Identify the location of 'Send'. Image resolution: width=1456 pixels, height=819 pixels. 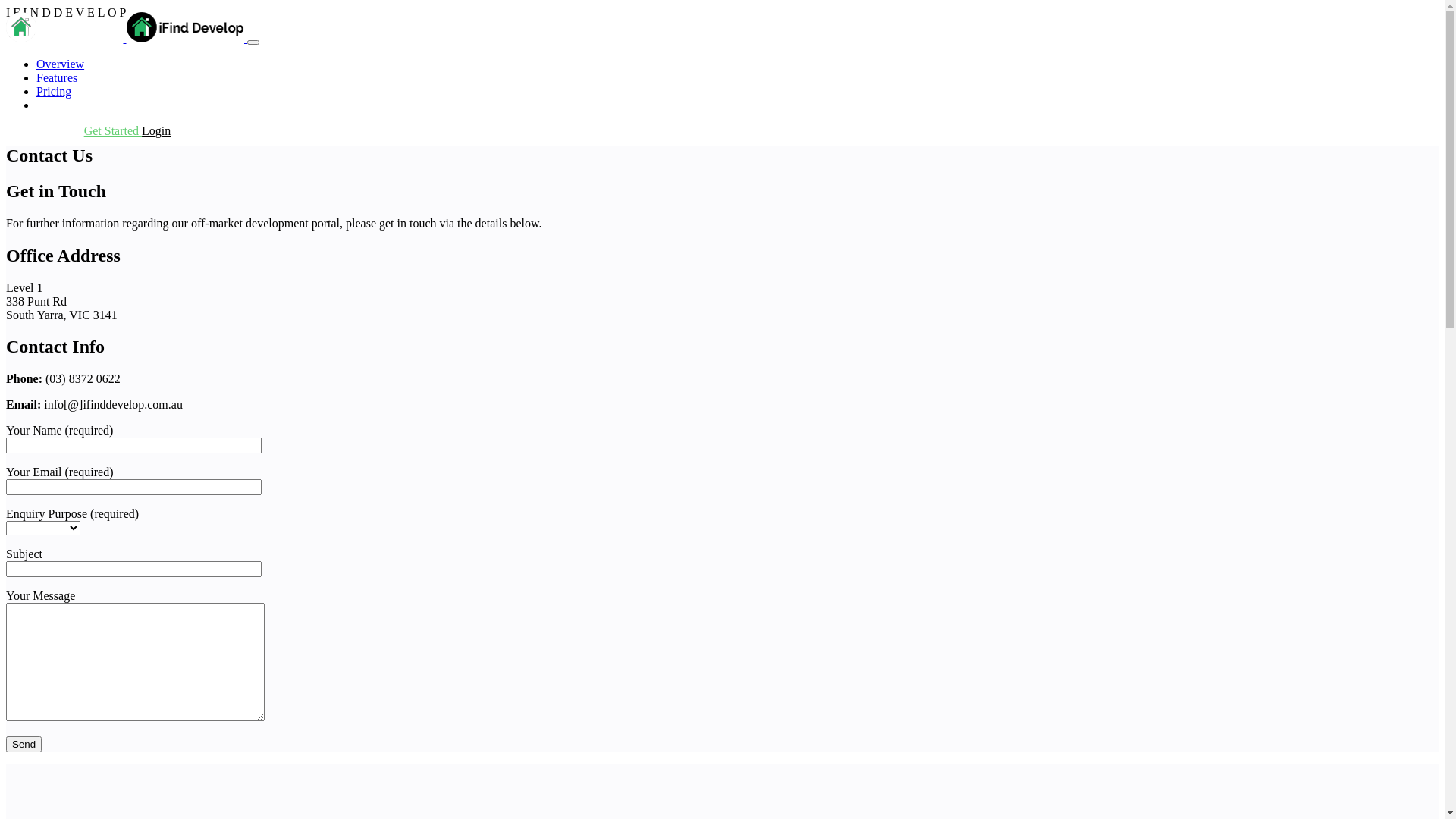
(24, 743).